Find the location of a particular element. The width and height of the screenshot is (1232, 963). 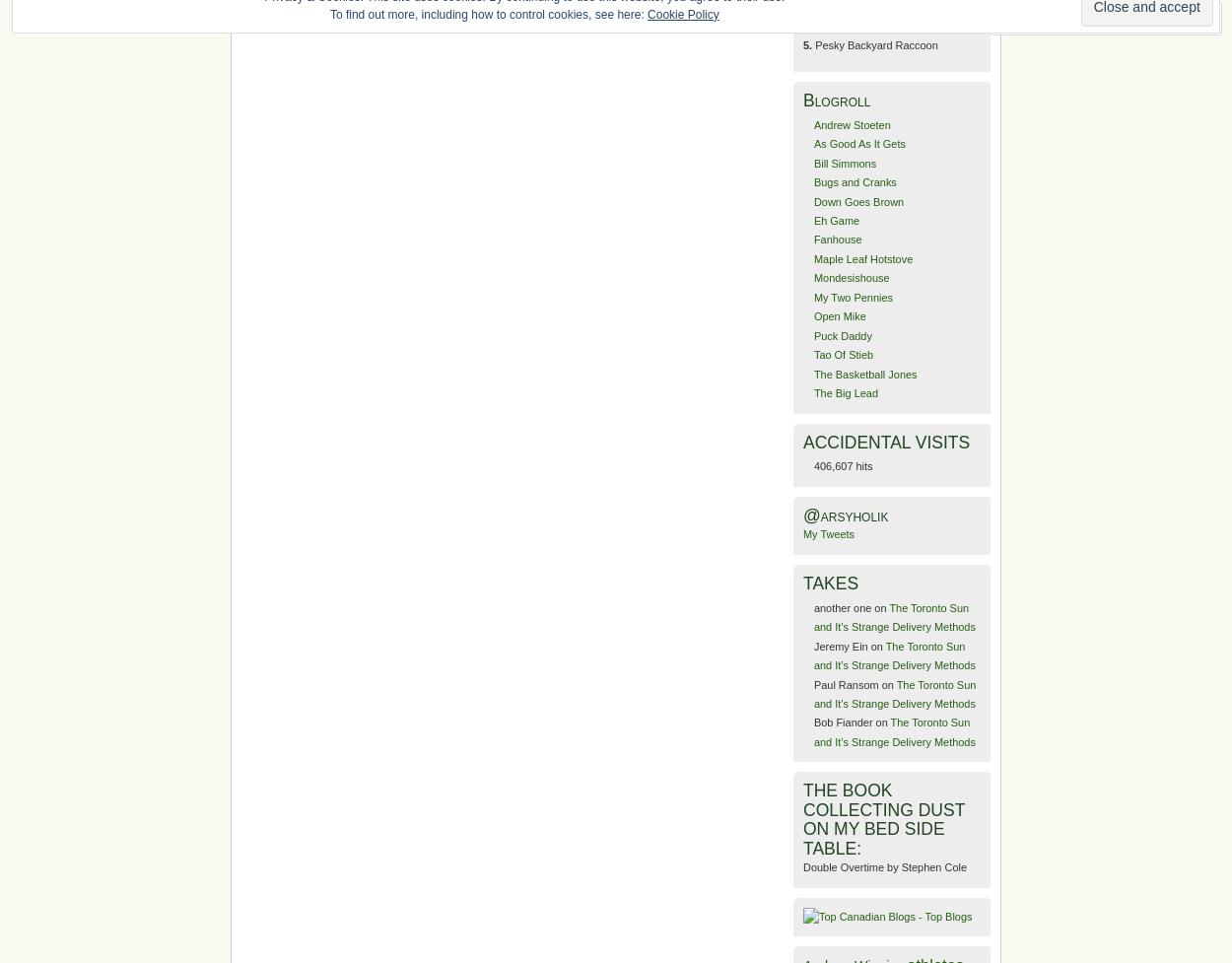

'Mondesishouse' is located at coordinates (850, 276).